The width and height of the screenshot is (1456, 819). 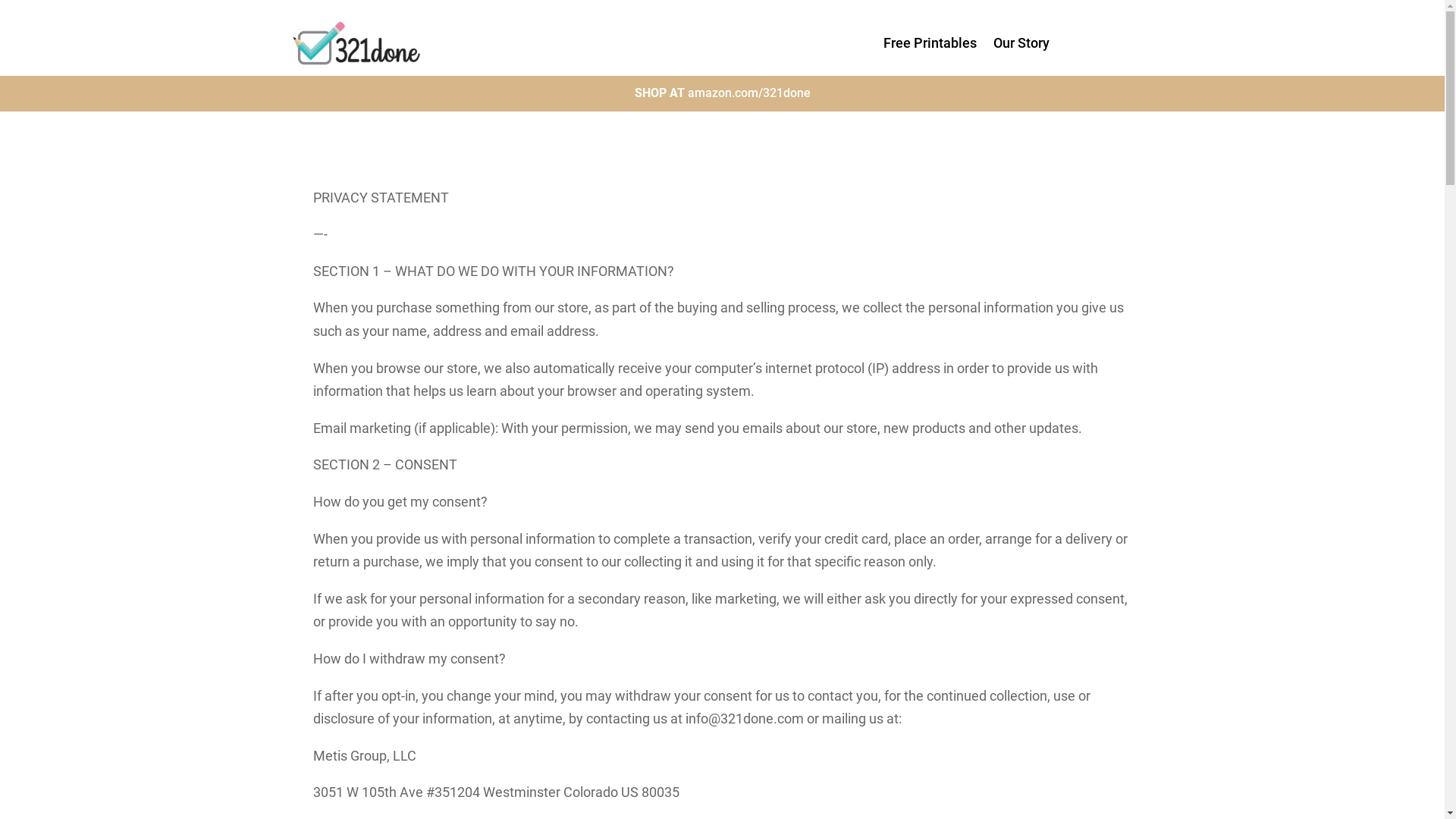 What do you see at coordinates (356, 42) in the screenshot?
I see `'Print'` at bounding box center [356, 42].